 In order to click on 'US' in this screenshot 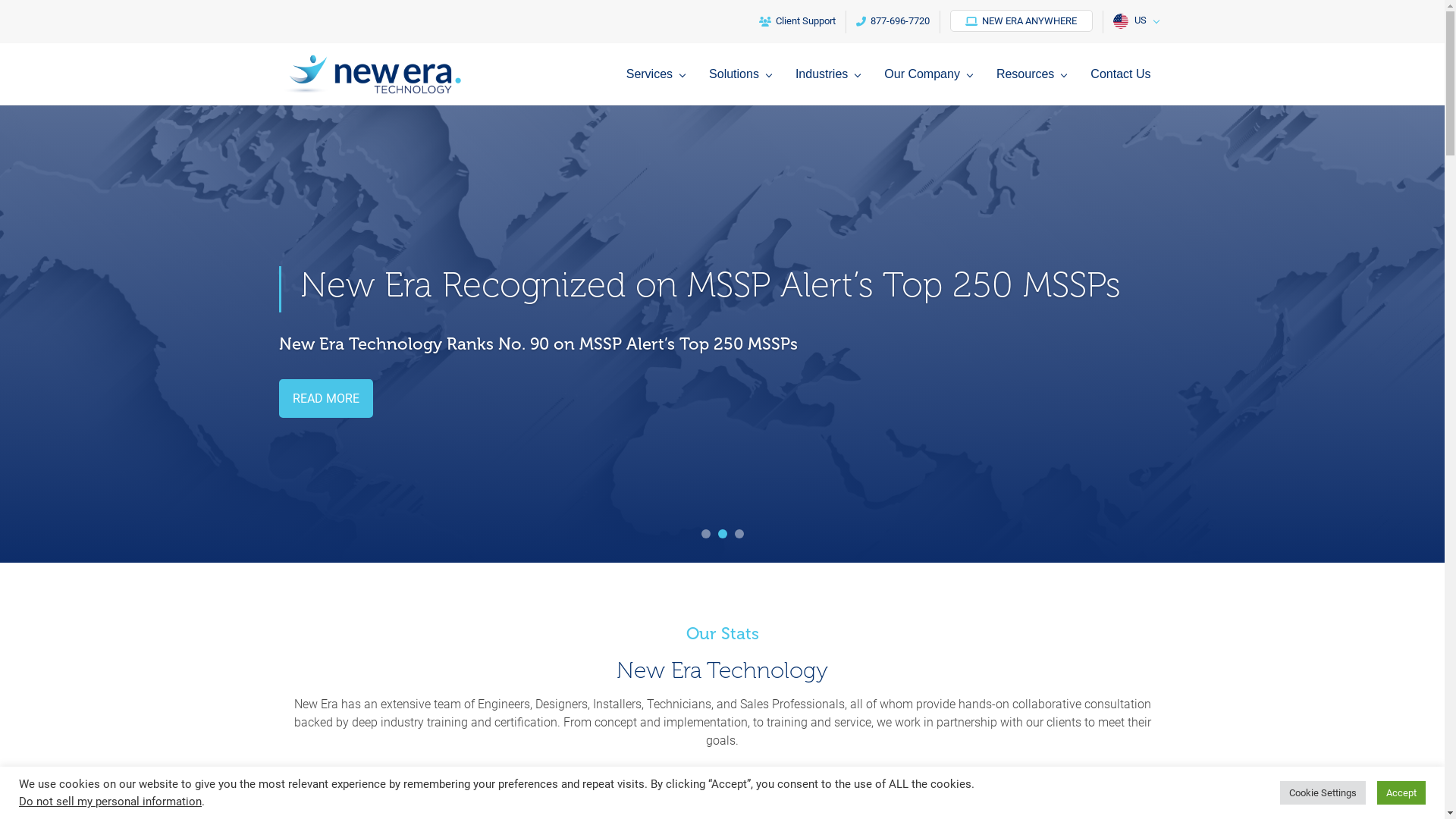, I will do `click(1134, 22)`.